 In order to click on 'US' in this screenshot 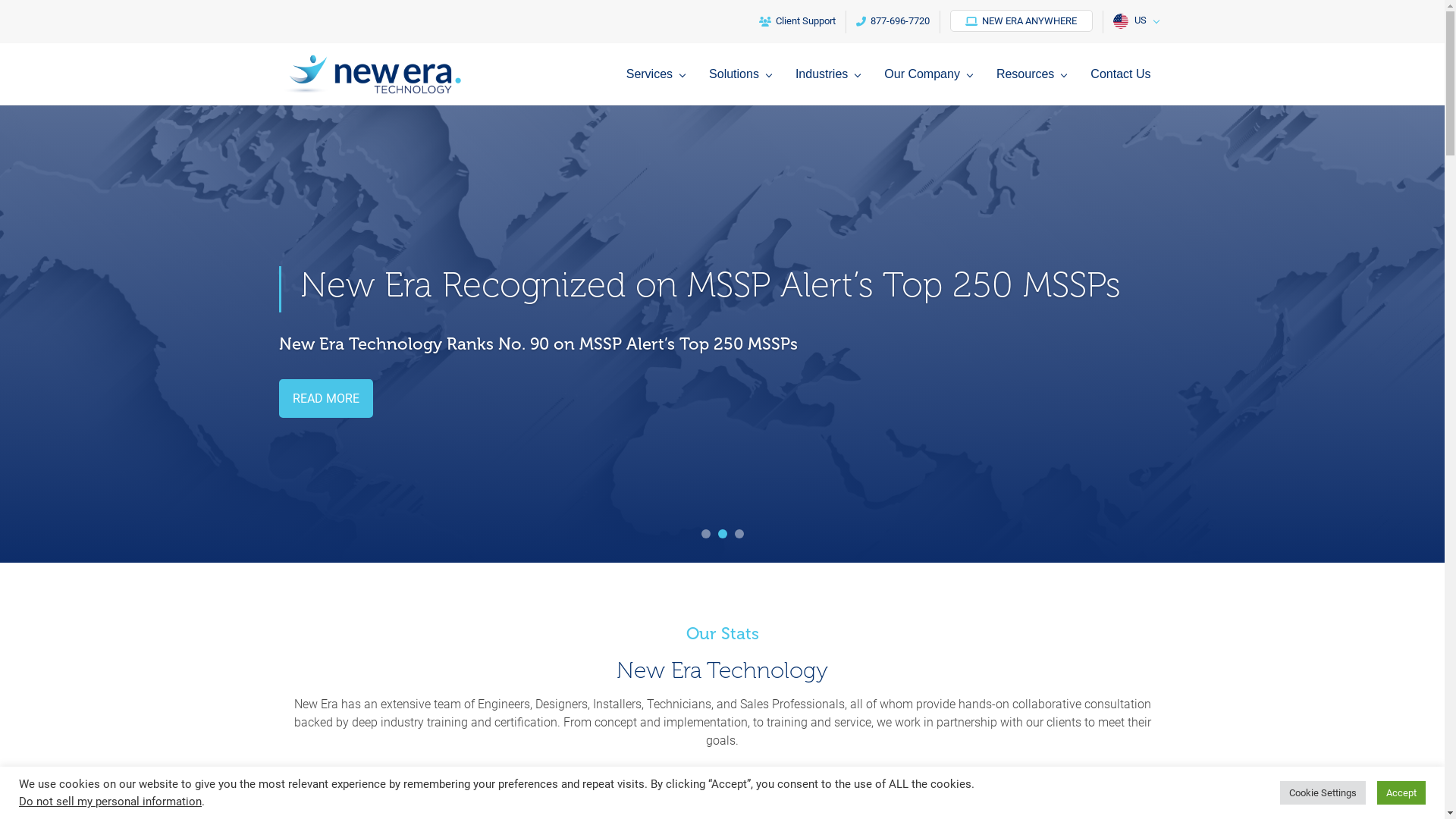, I will do `click(1134, 22)`.